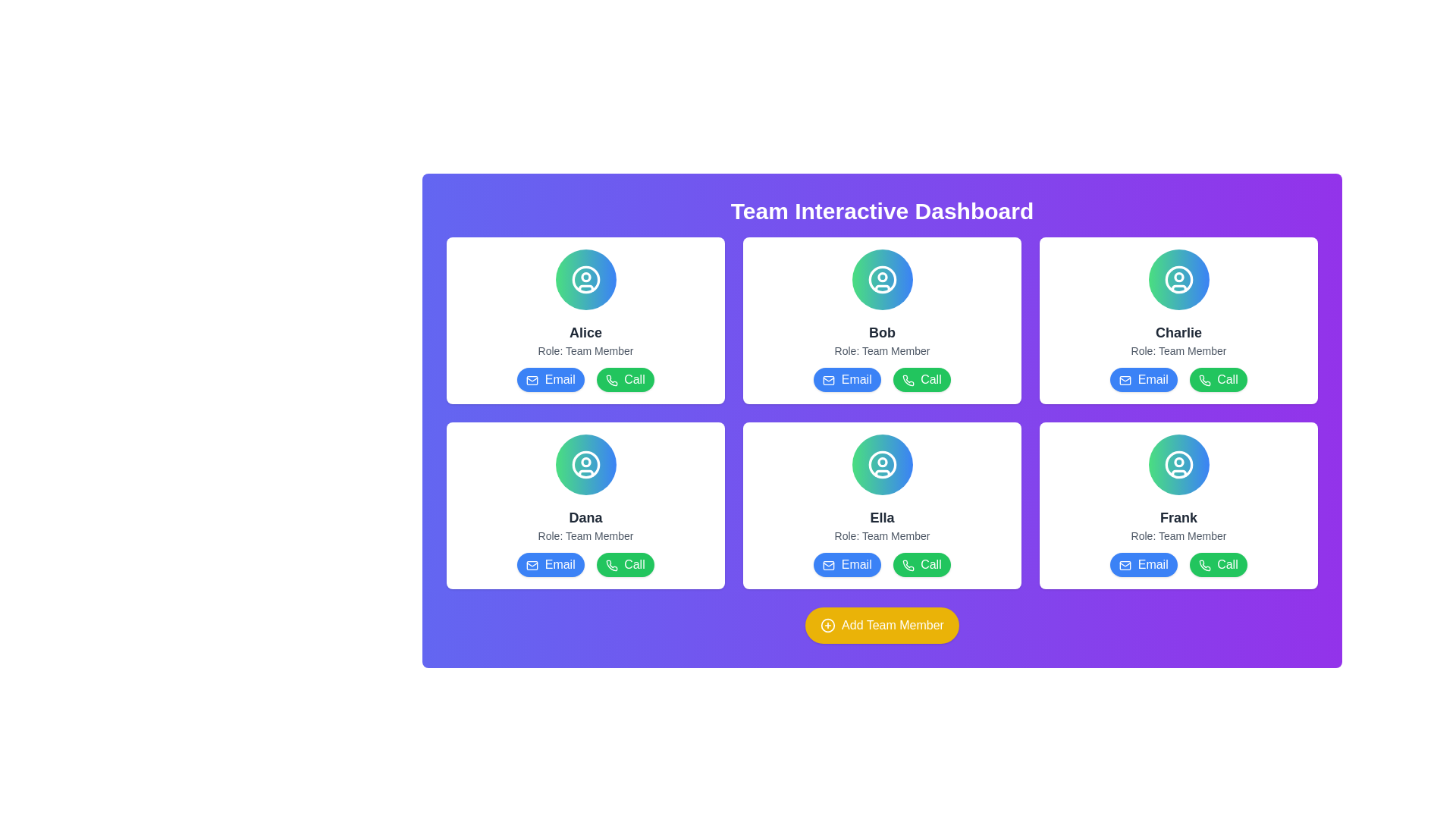 The width and height of the screenshot is (1456, 819). I want to click on the vibrant green 'Call' button with rounded corners located, so click(921, 379).